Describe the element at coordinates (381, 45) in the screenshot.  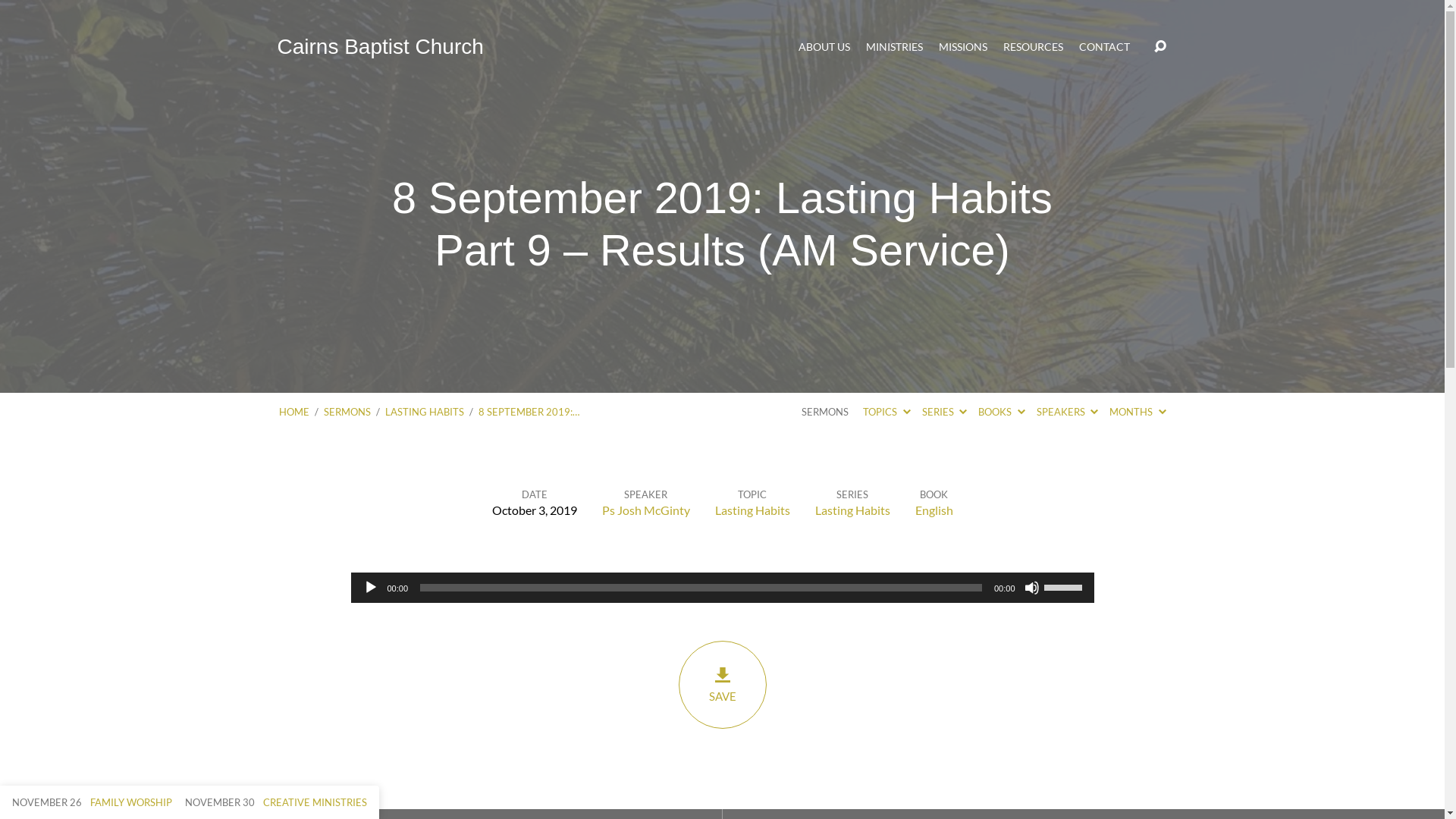
I see `'Cairns Baptist Church'` at that location.